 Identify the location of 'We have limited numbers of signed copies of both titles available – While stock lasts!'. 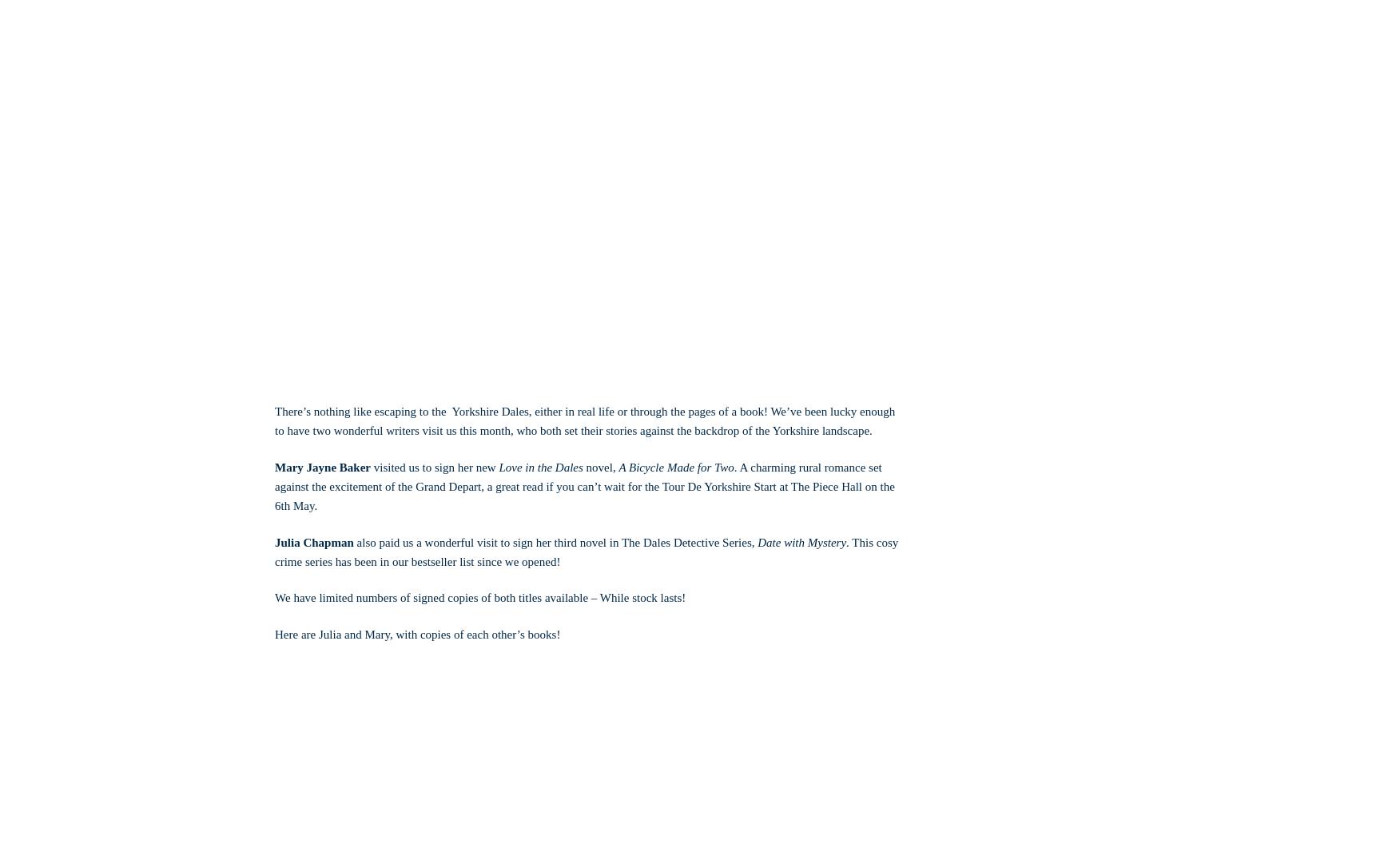
(479, 598).